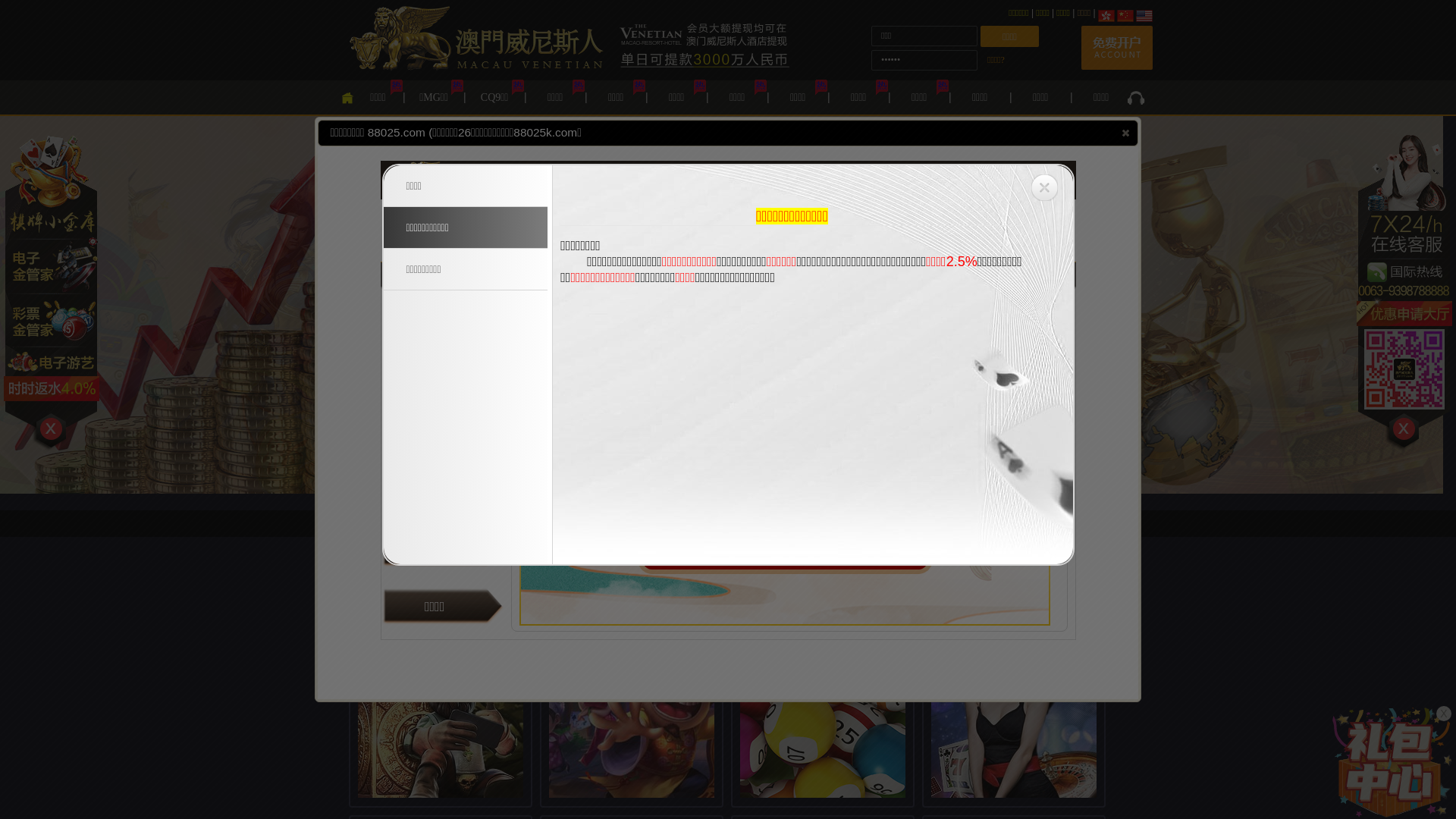 The image size is (1456, 819). I want to click on 'X', so click(1443, 714).